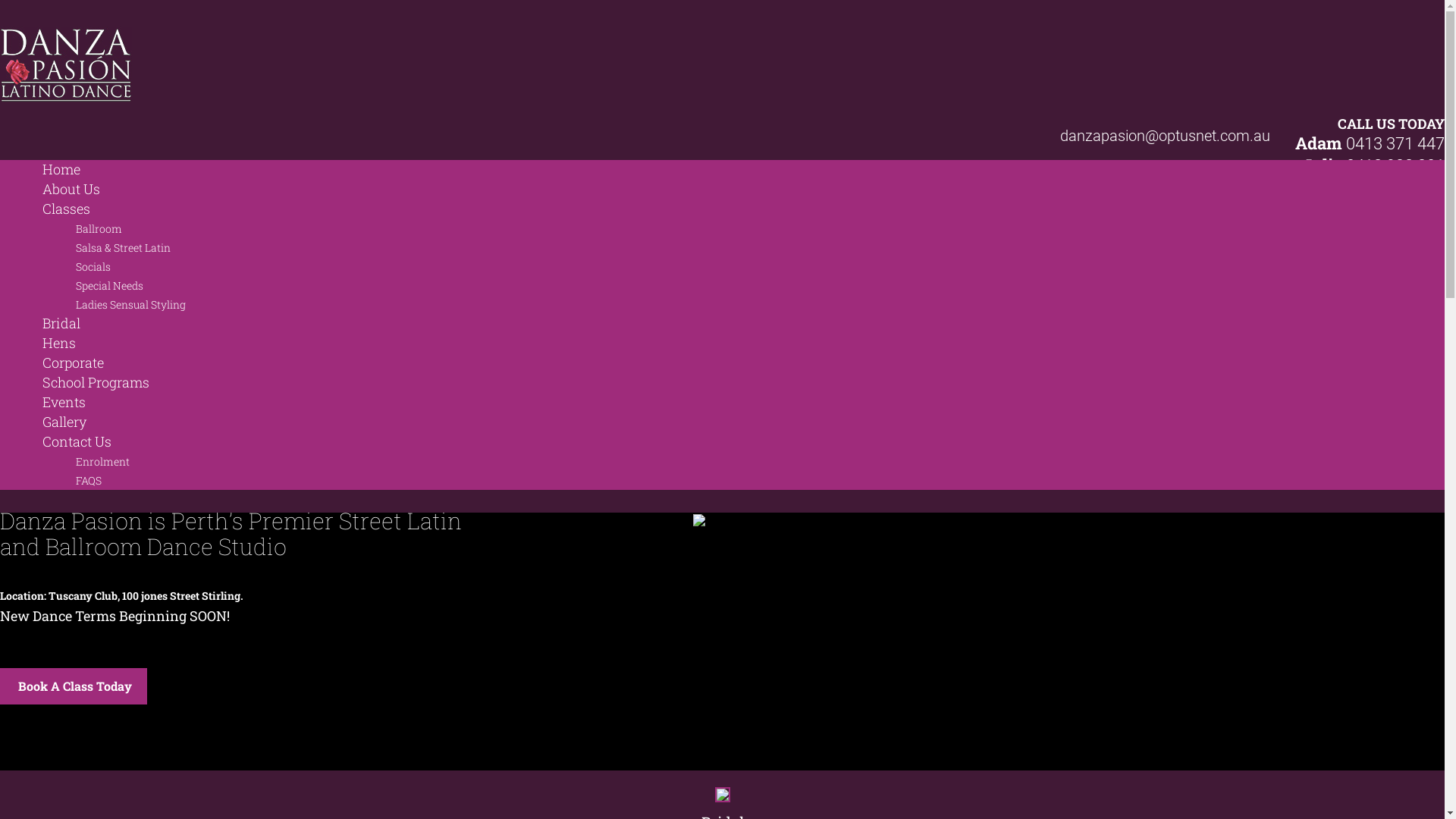  What do you see at coordinates (95, 381) in the screenshot?
I see `'School Programs'` at bounding box center [95, 381].